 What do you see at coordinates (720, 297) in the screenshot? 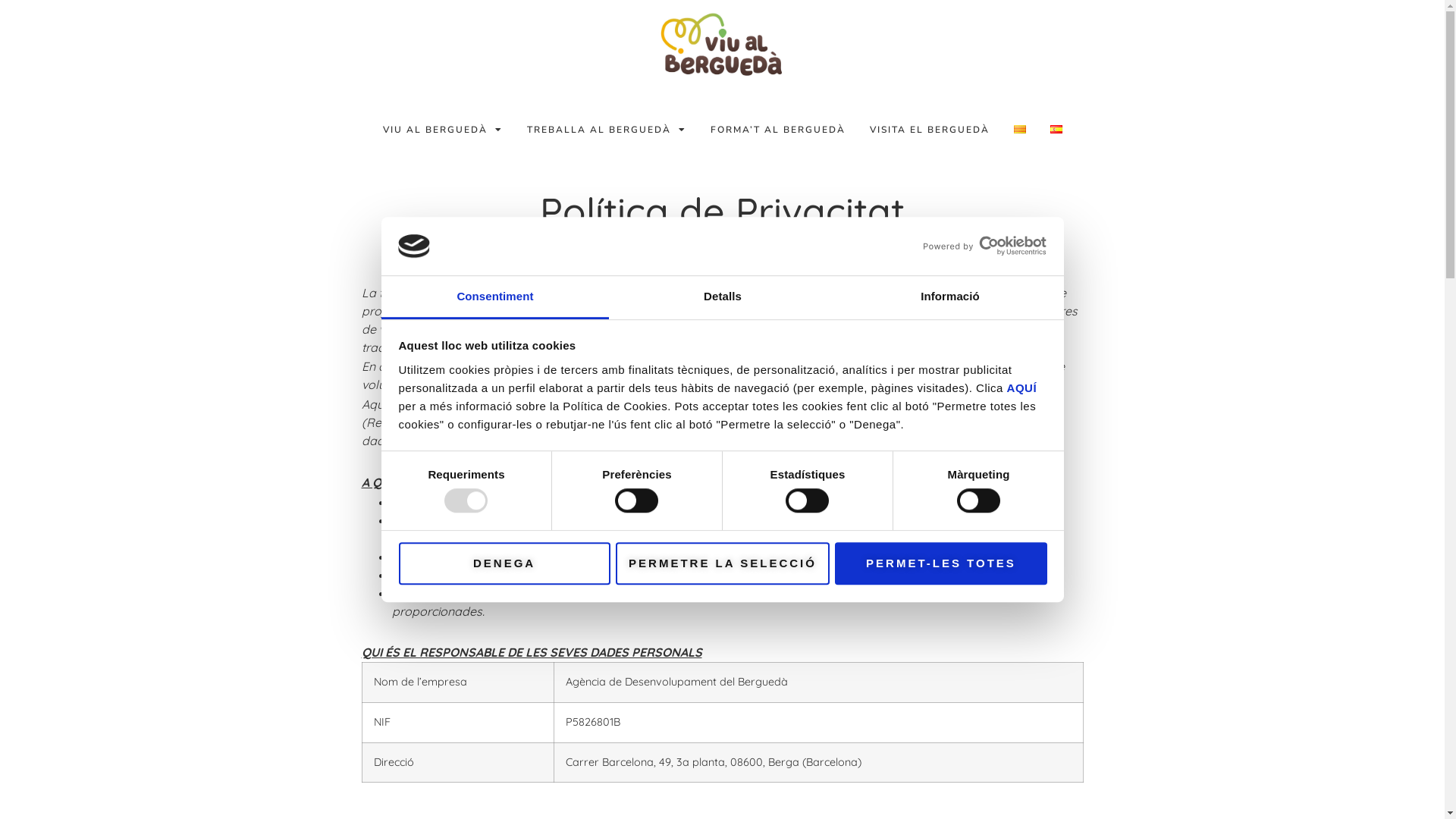
I see `'Detalls'` at bounding box center [720, 297].